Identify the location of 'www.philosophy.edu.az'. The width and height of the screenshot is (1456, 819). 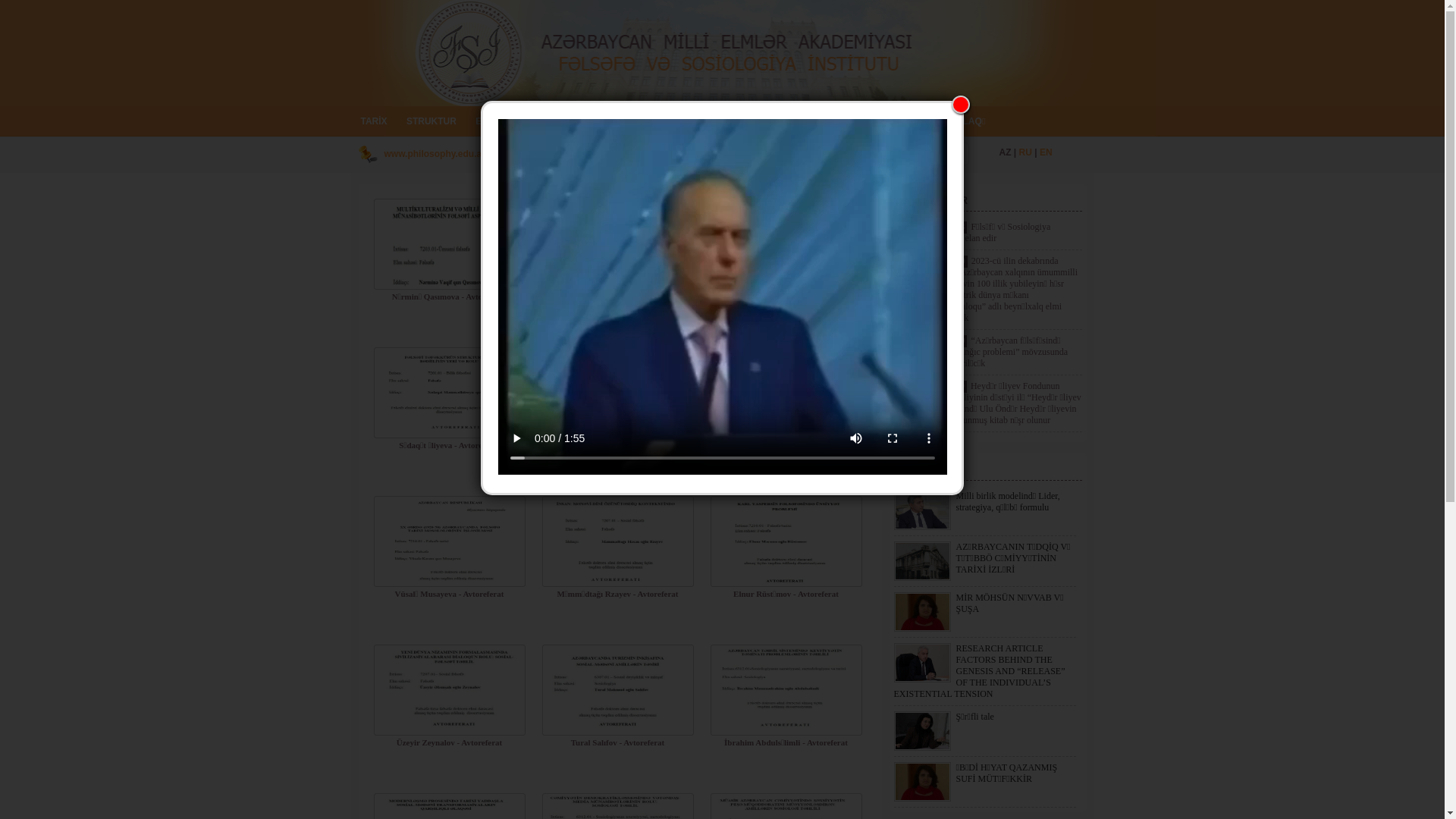
(383, 154).